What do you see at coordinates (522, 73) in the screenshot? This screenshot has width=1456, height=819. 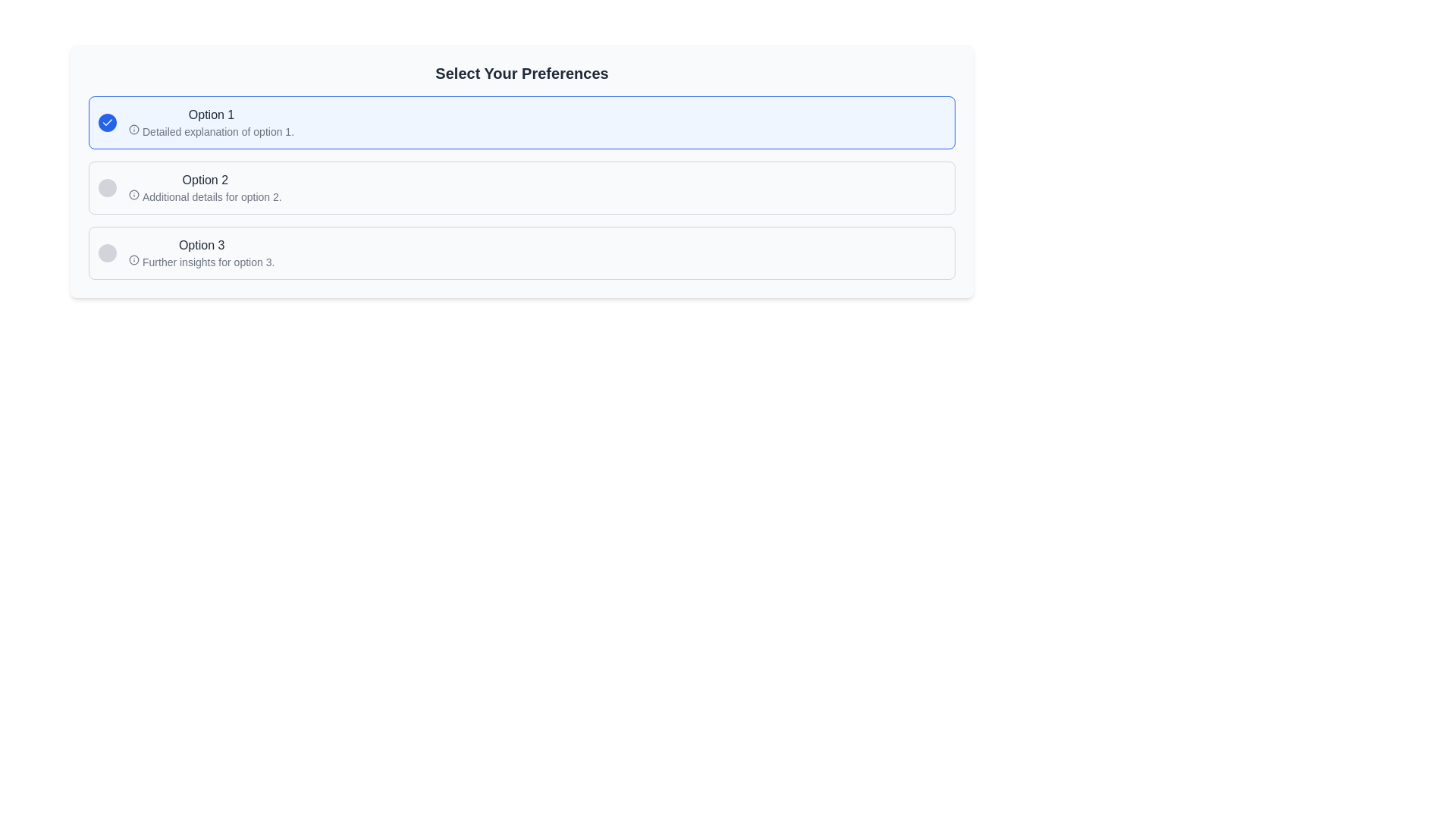 I see `the static text element that serves as a header or title, positioned above the options labeled 'Option 1', 'Option 2', and 'Option 3'` at bounding box center [522, 73].